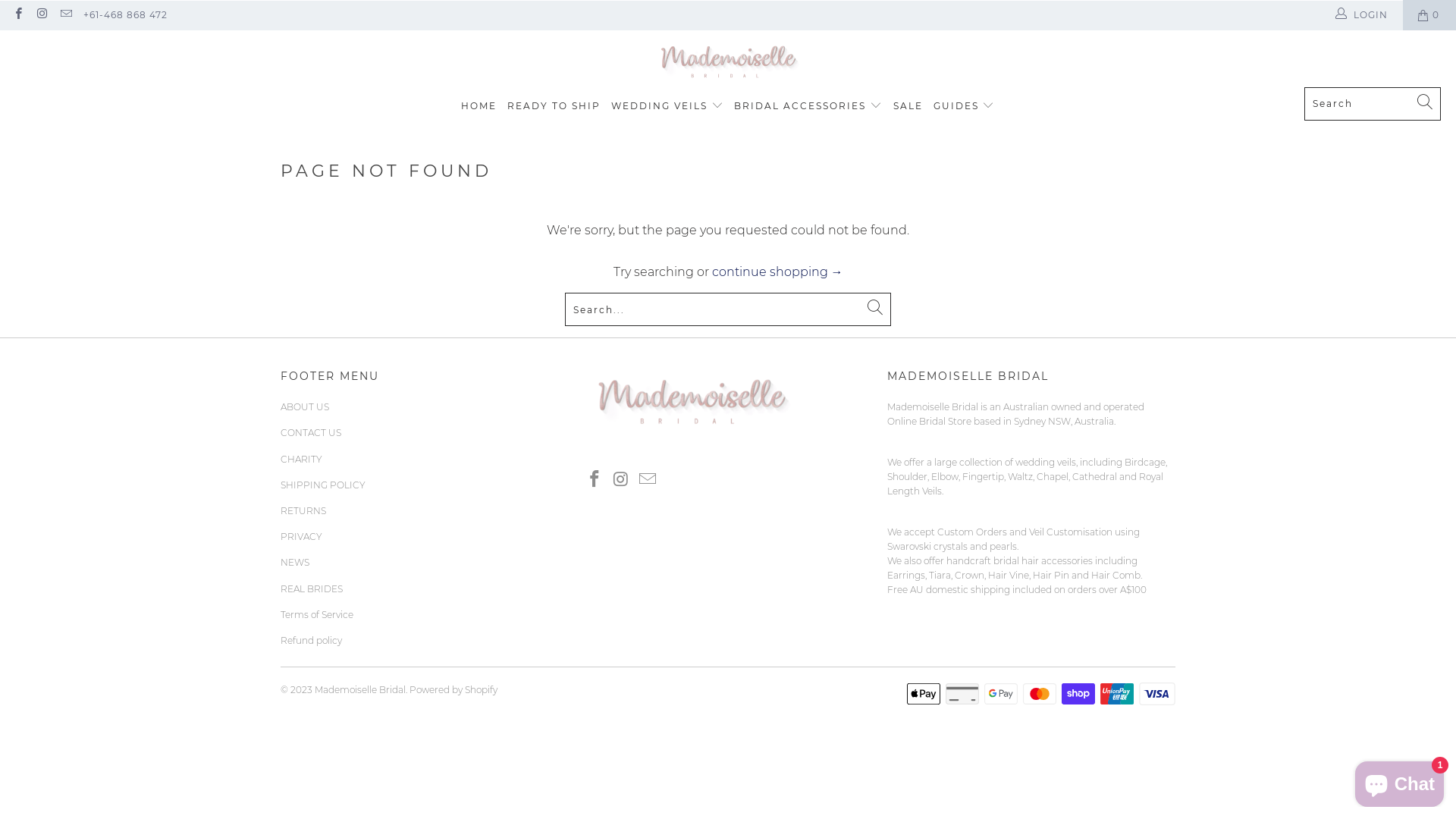 The width and height of the screenshot is (1456, 819). I want to click on 'WEDDING VEILS', so click(667, 105).